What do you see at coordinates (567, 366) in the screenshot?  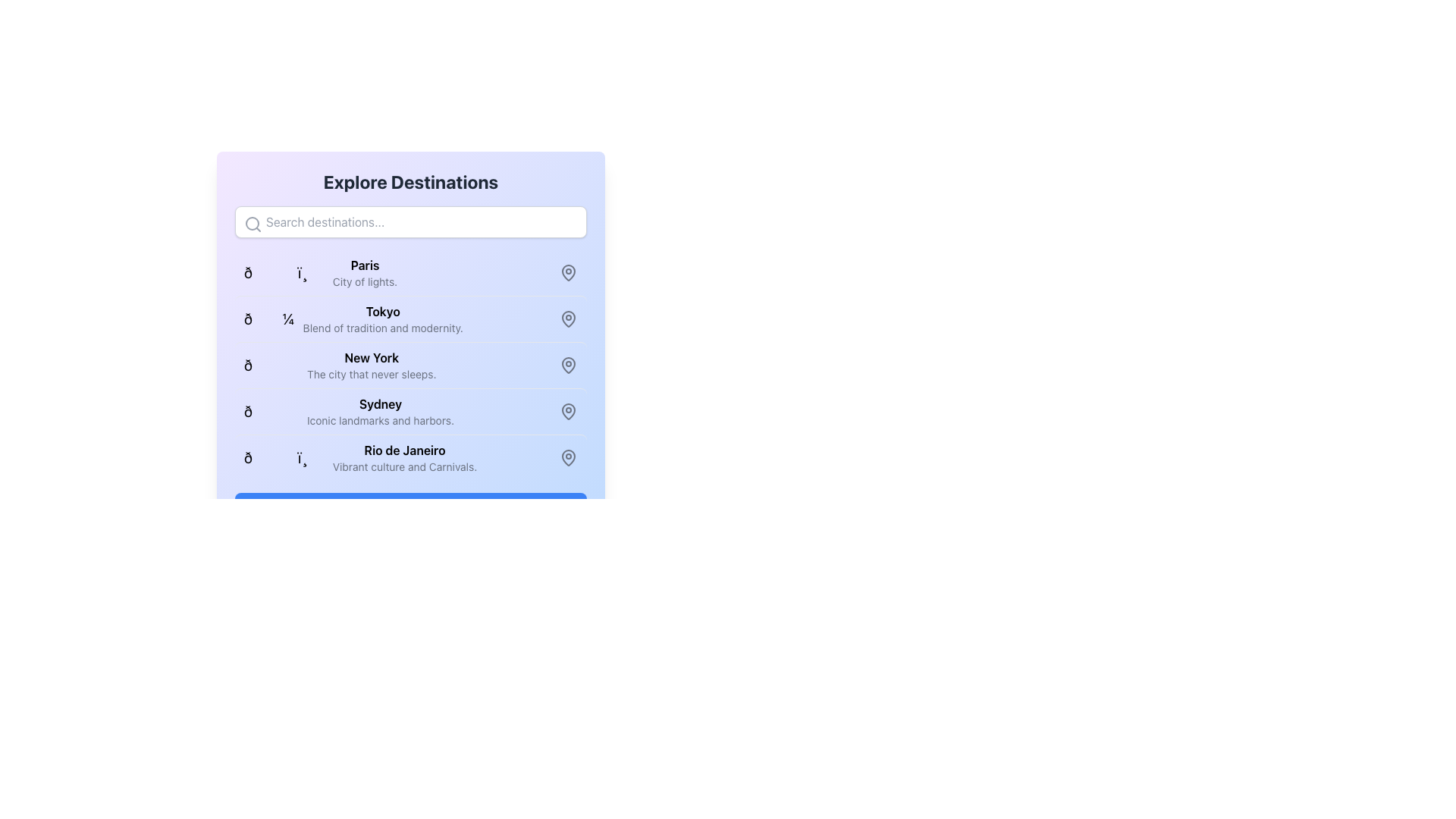 I see `the map pin icon representing the location for 'New York'` at bounding box center [567, 366].